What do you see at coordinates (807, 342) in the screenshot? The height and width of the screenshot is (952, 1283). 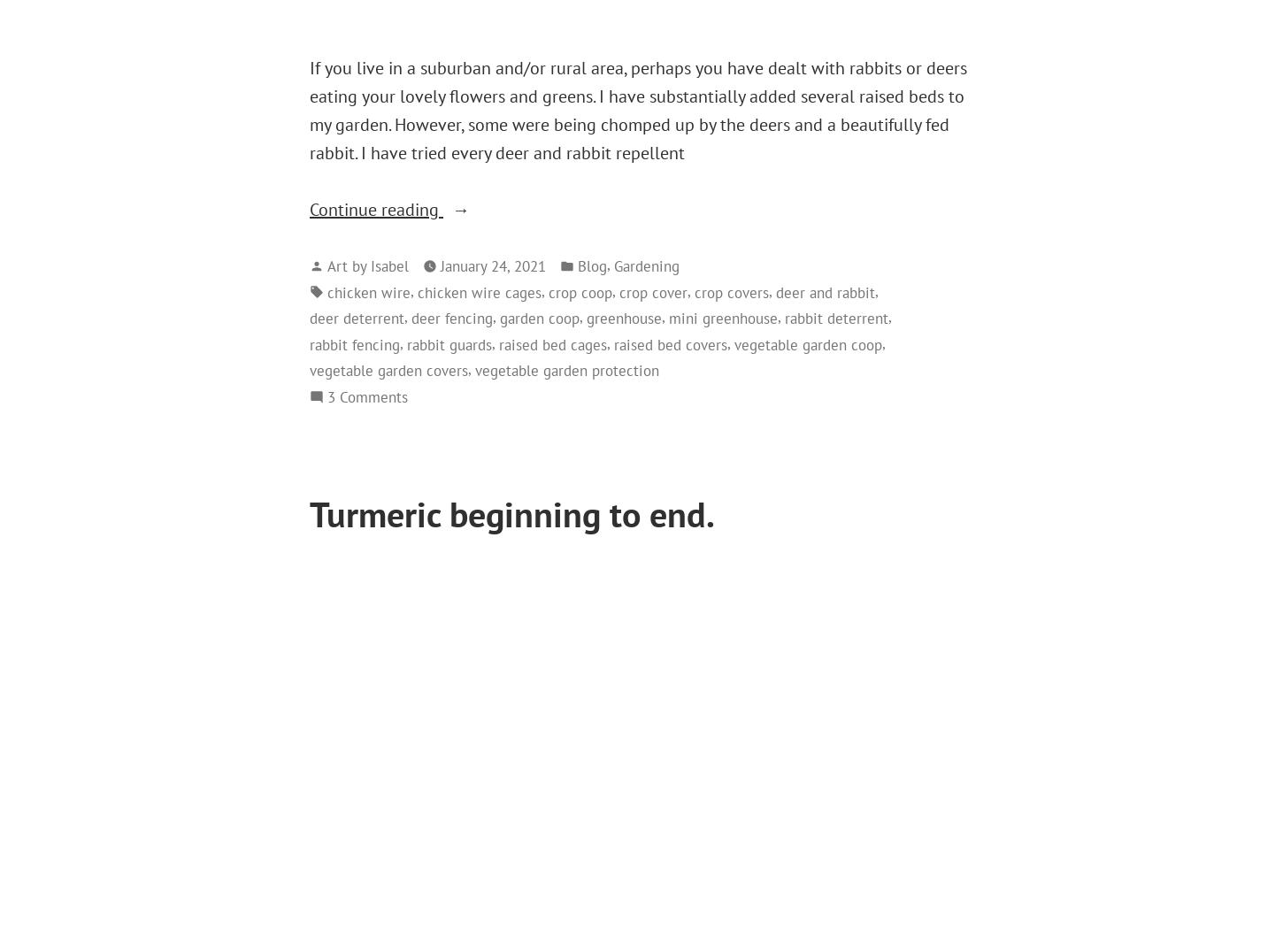 I see `'vegetable garden coop'` at bounding box center [807, 342].